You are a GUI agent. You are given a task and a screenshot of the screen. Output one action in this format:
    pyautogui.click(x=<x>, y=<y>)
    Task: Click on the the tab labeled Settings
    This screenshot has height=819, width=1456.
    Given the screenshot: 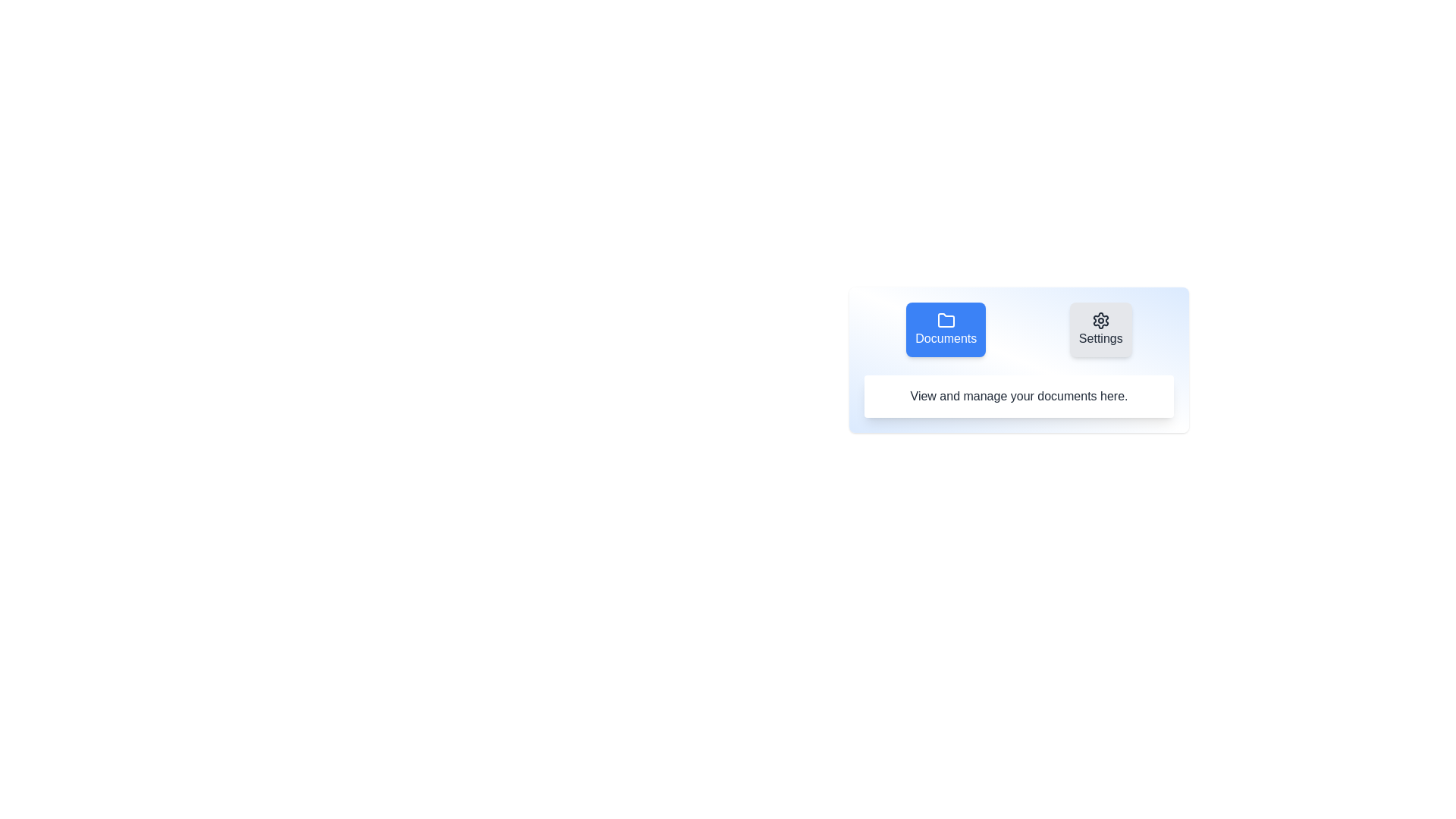 What is the action you would take?
    pyautogui.click(x=1100, y=329)
    